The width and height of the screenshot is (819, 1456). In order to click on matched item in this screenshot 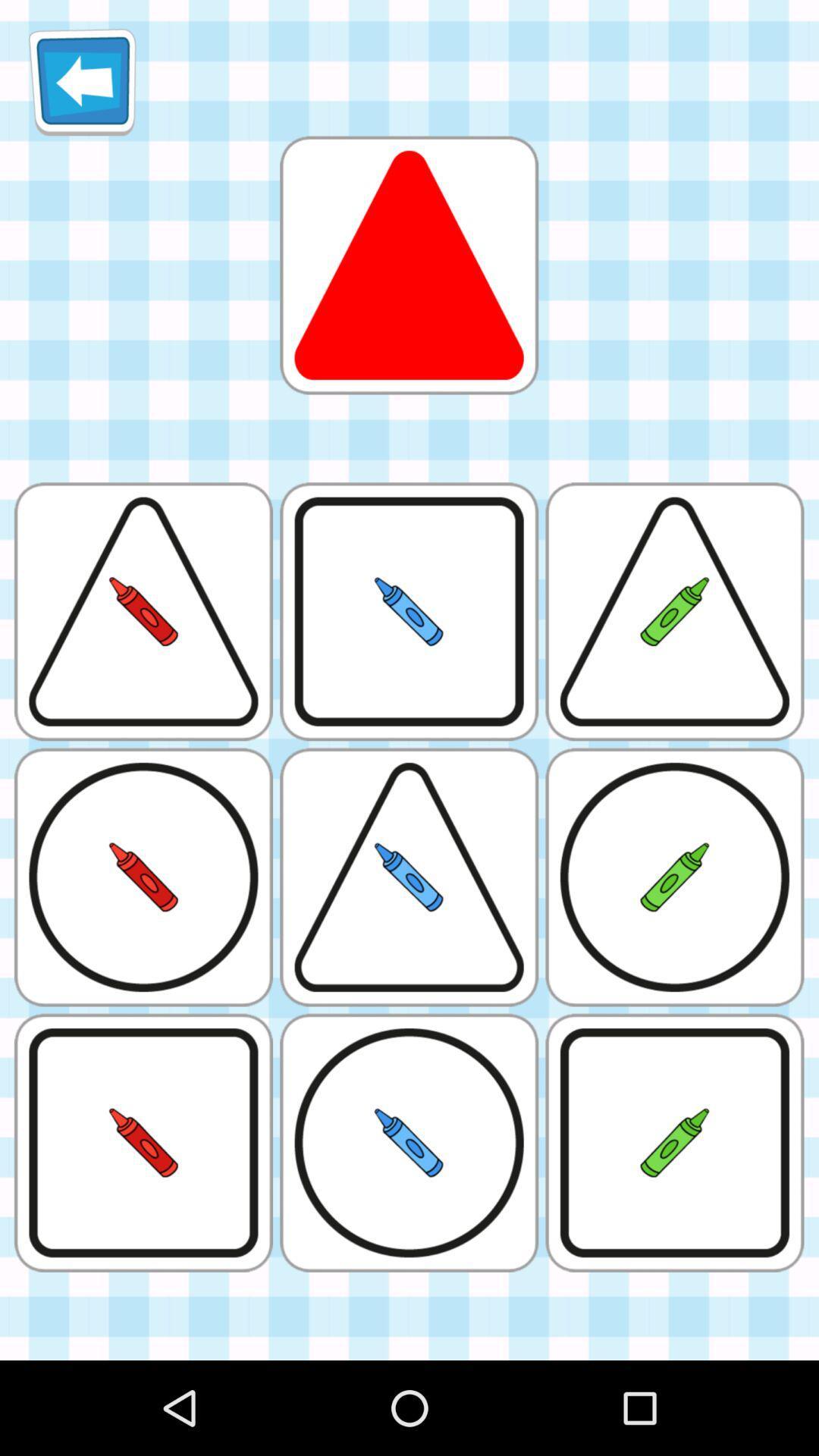, I will do `click(408, 265)`.